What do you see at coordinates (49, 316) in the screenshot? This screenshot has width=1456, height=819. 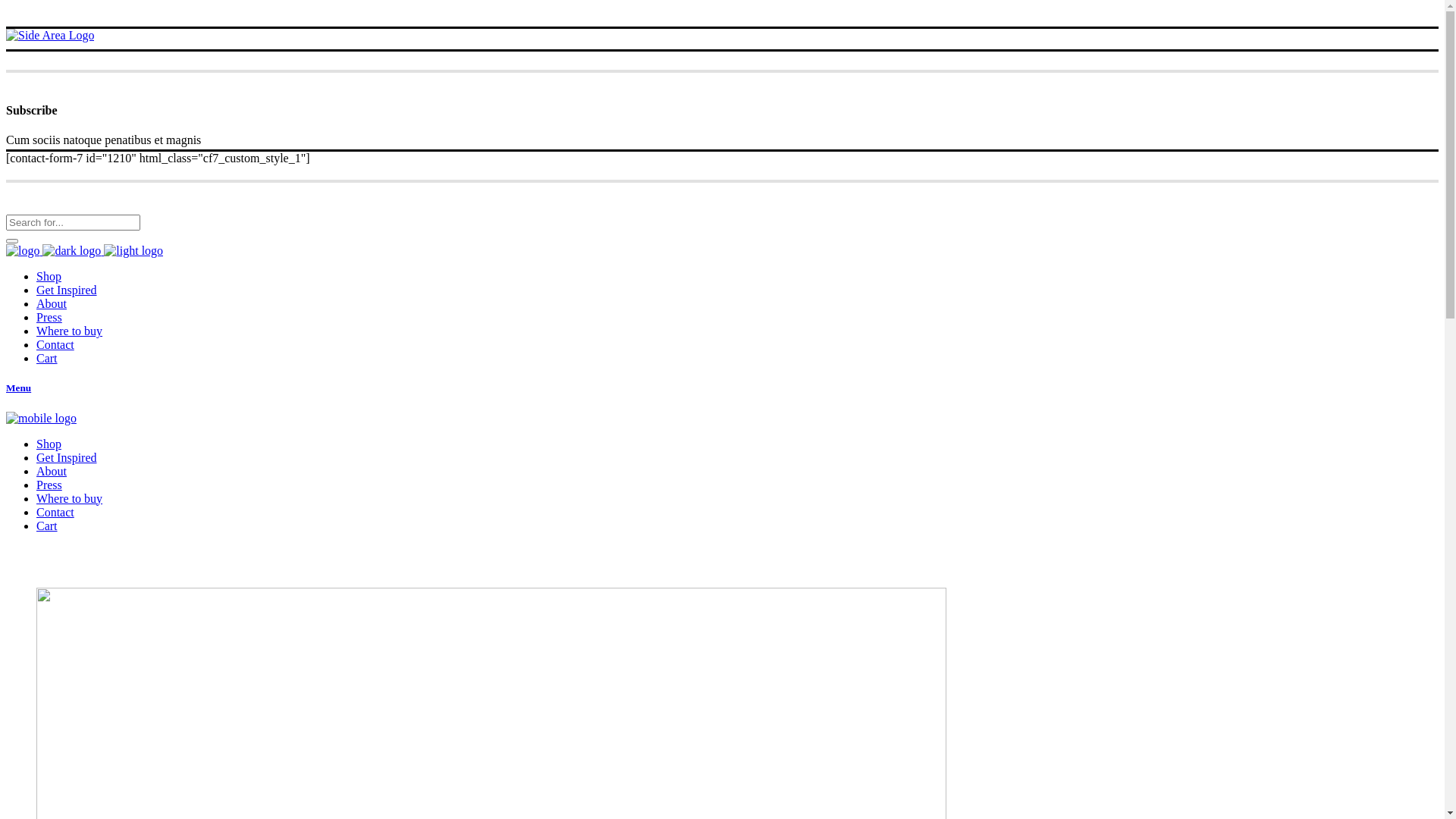 I see `'Press'` at bounding box center [49, 316].